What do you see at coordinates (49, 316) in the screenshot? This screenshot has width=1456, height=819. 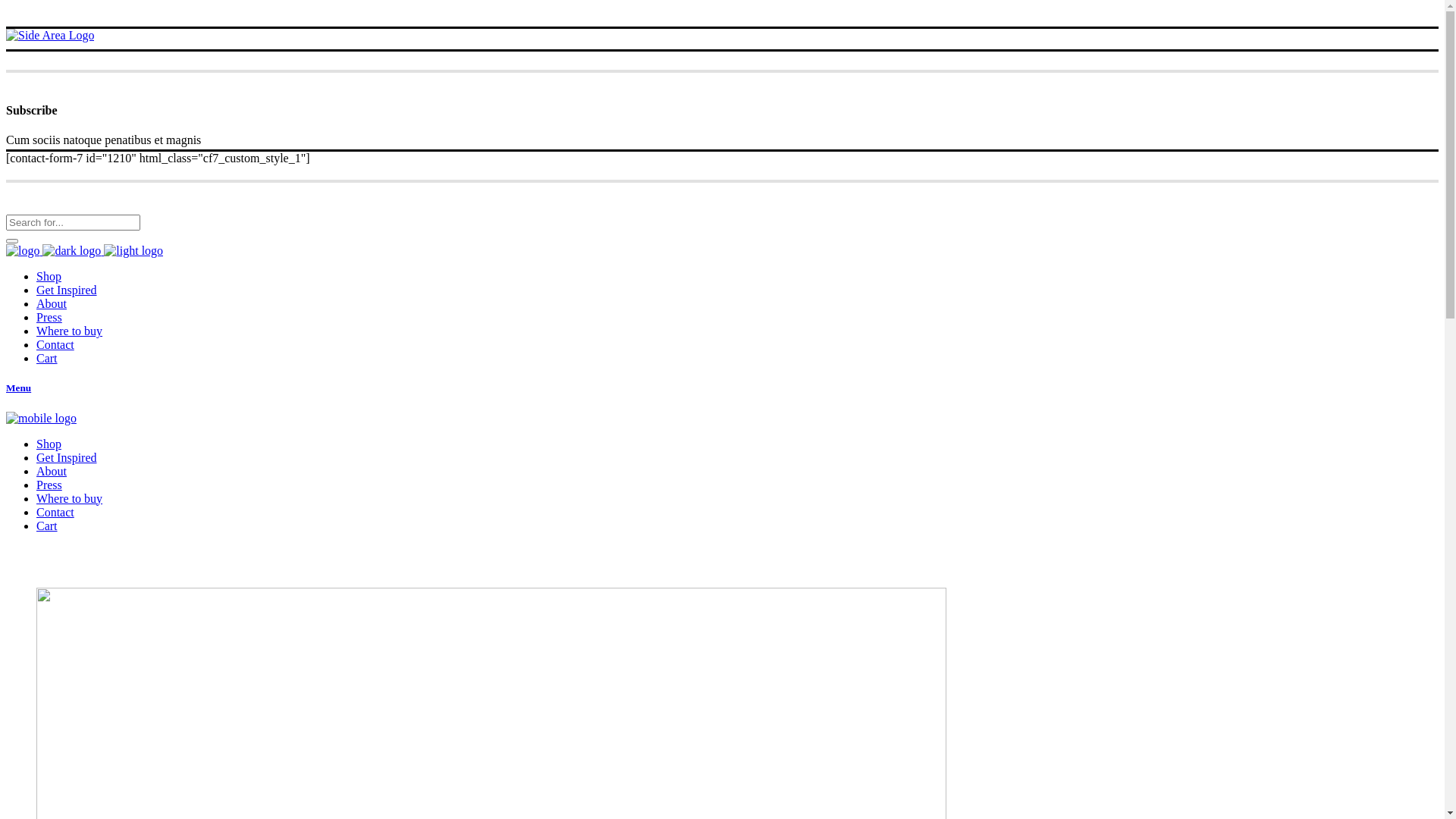 I see `'Press'` at bounding box center [49, 316].